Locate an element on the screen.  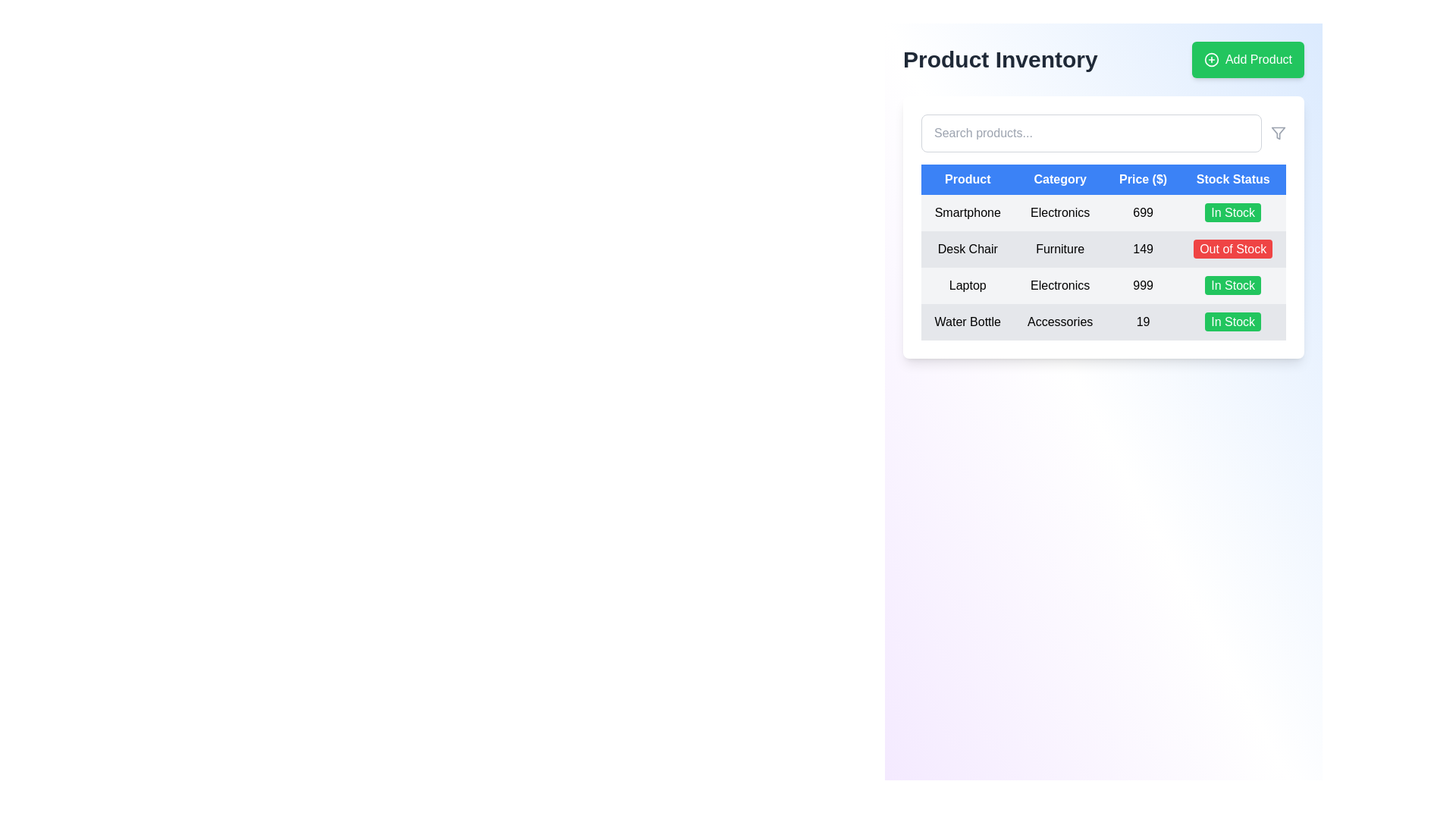
the green 'In Stock' status badge located in the rightmost column of the stock inventory table is located at coordinates (1233, 212).